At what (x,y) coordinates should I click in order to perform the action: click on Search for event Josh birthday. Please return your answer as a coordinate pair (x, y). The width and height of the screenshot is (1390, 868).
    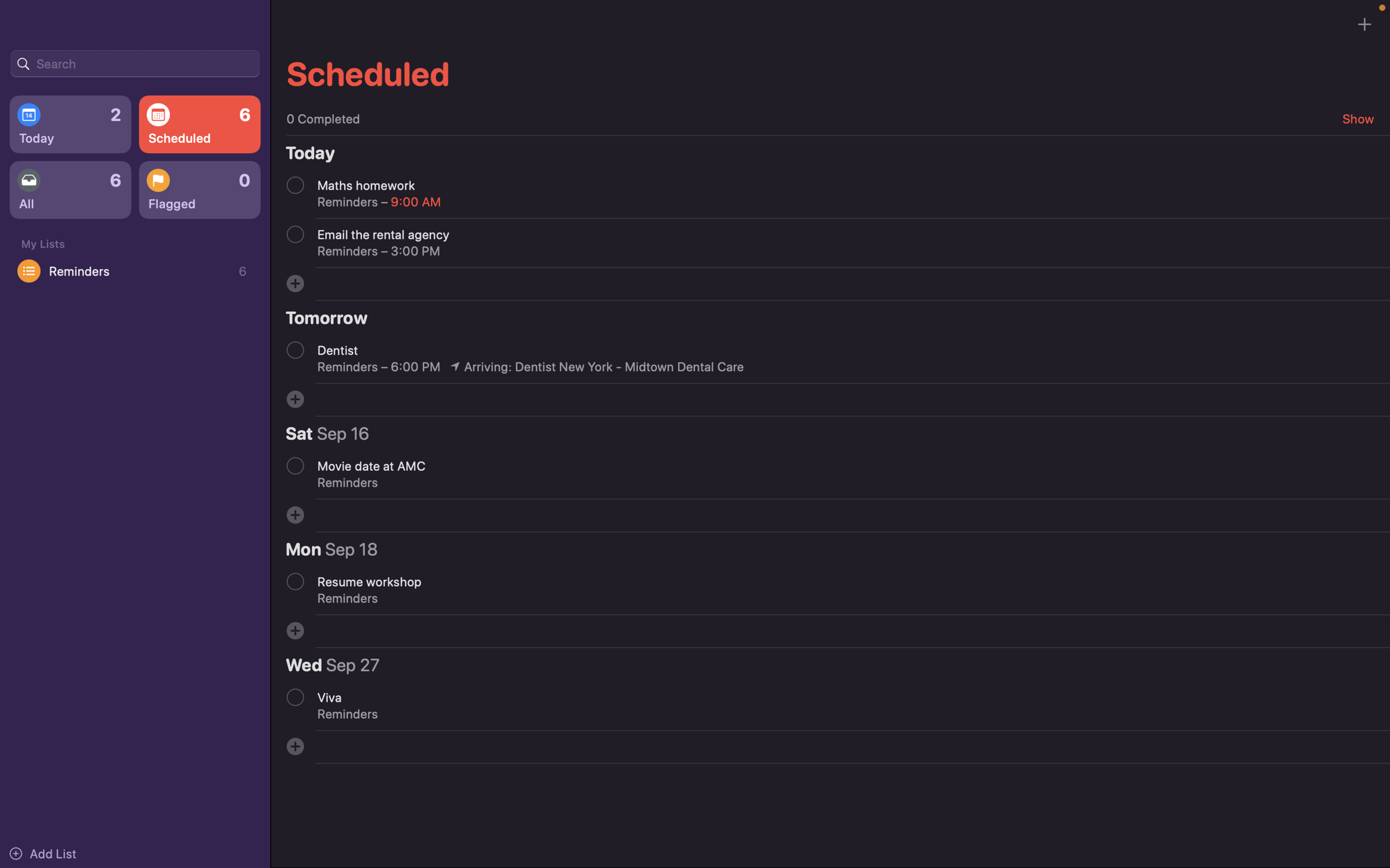
    Looking at the image, I should click on (134, 62).